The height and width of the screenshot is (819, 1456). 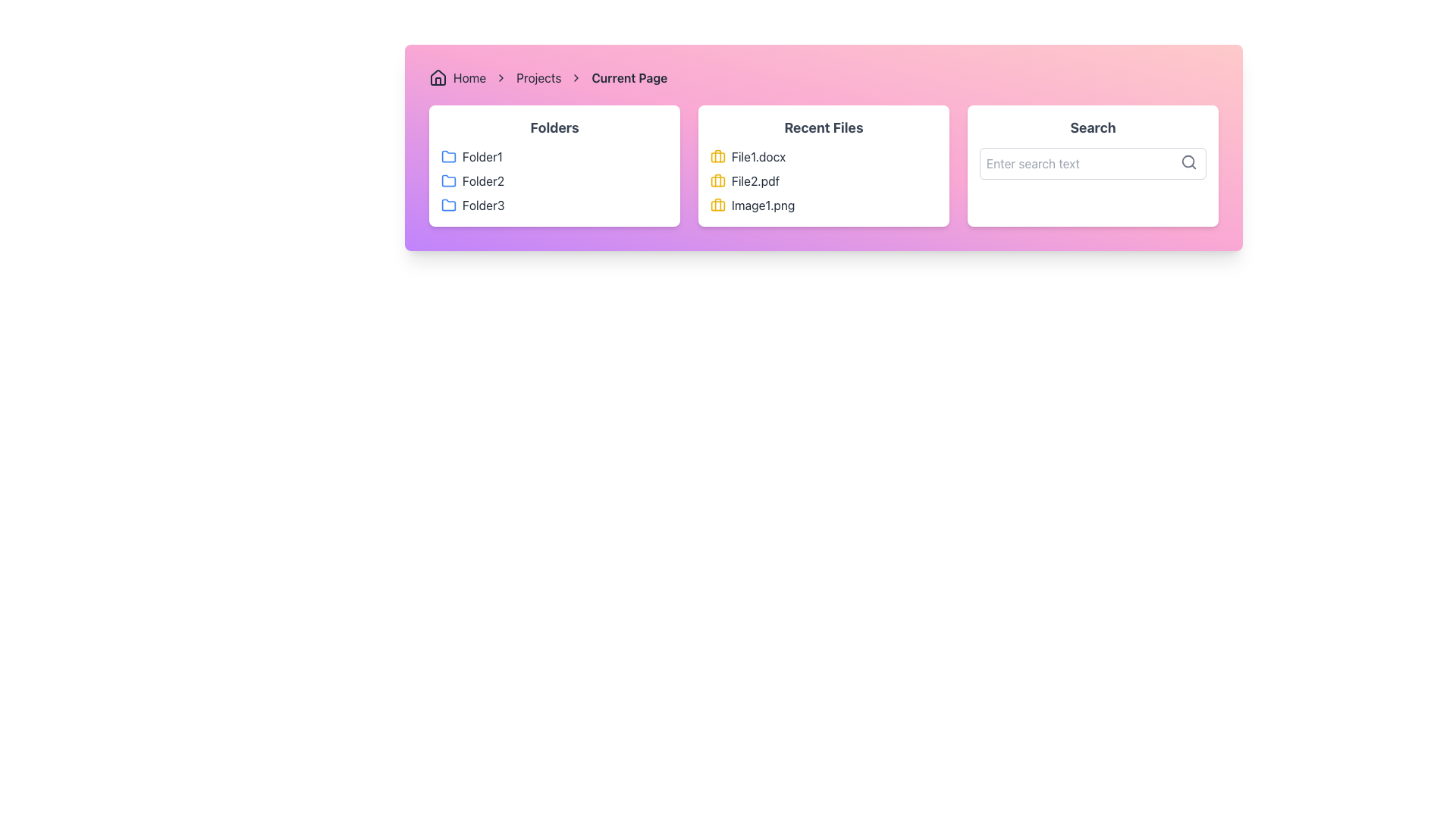 What do you see at coordinates (538, 78) in the screenshot?
I see `the 'Projects' hyperlink in the breadcrumb navigation bar` at bounding box center [538, 78].